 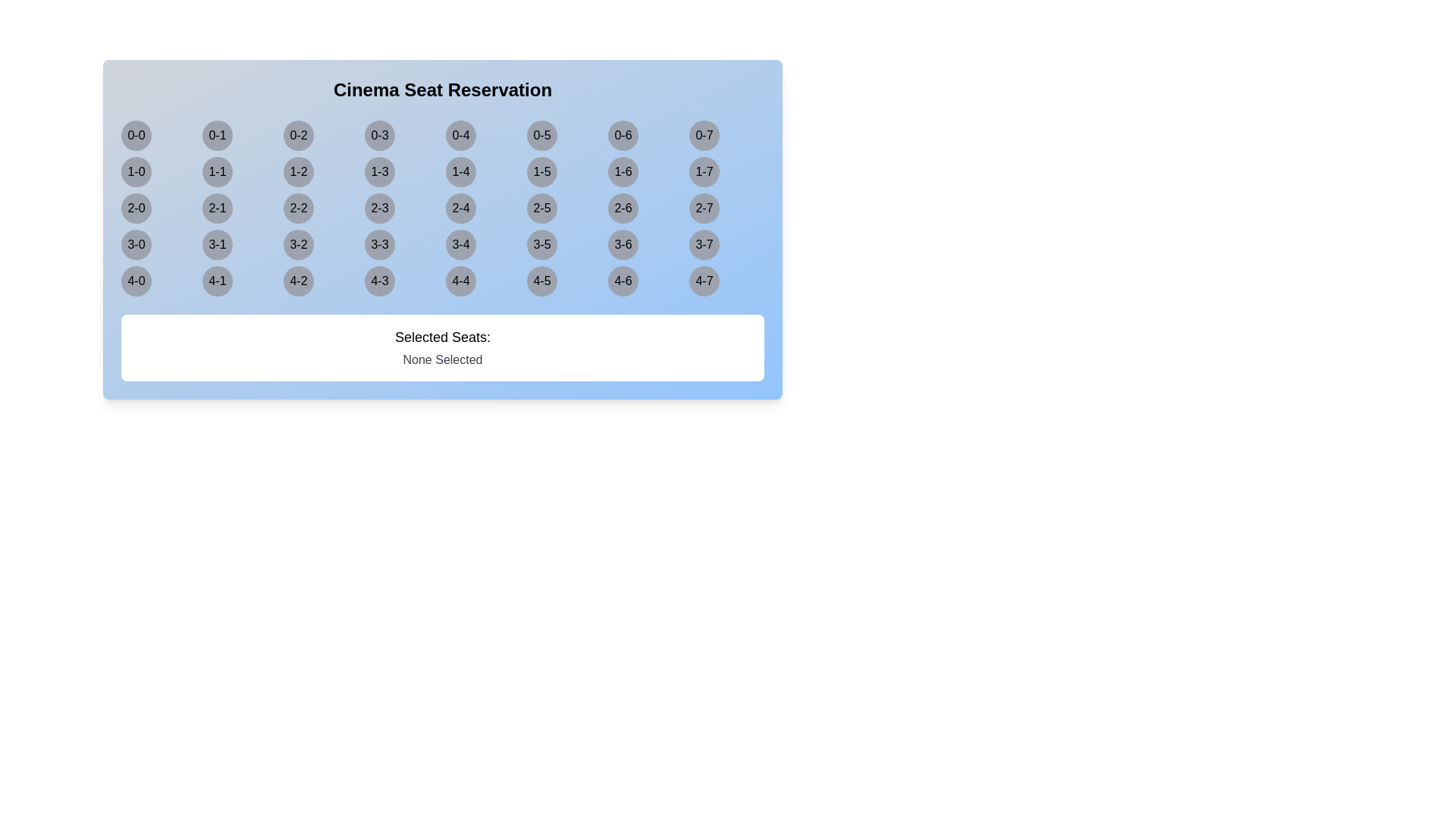 I want to click on the button representing the selectable seat in the cinema seat selection interface, so click(x=460, y=171).